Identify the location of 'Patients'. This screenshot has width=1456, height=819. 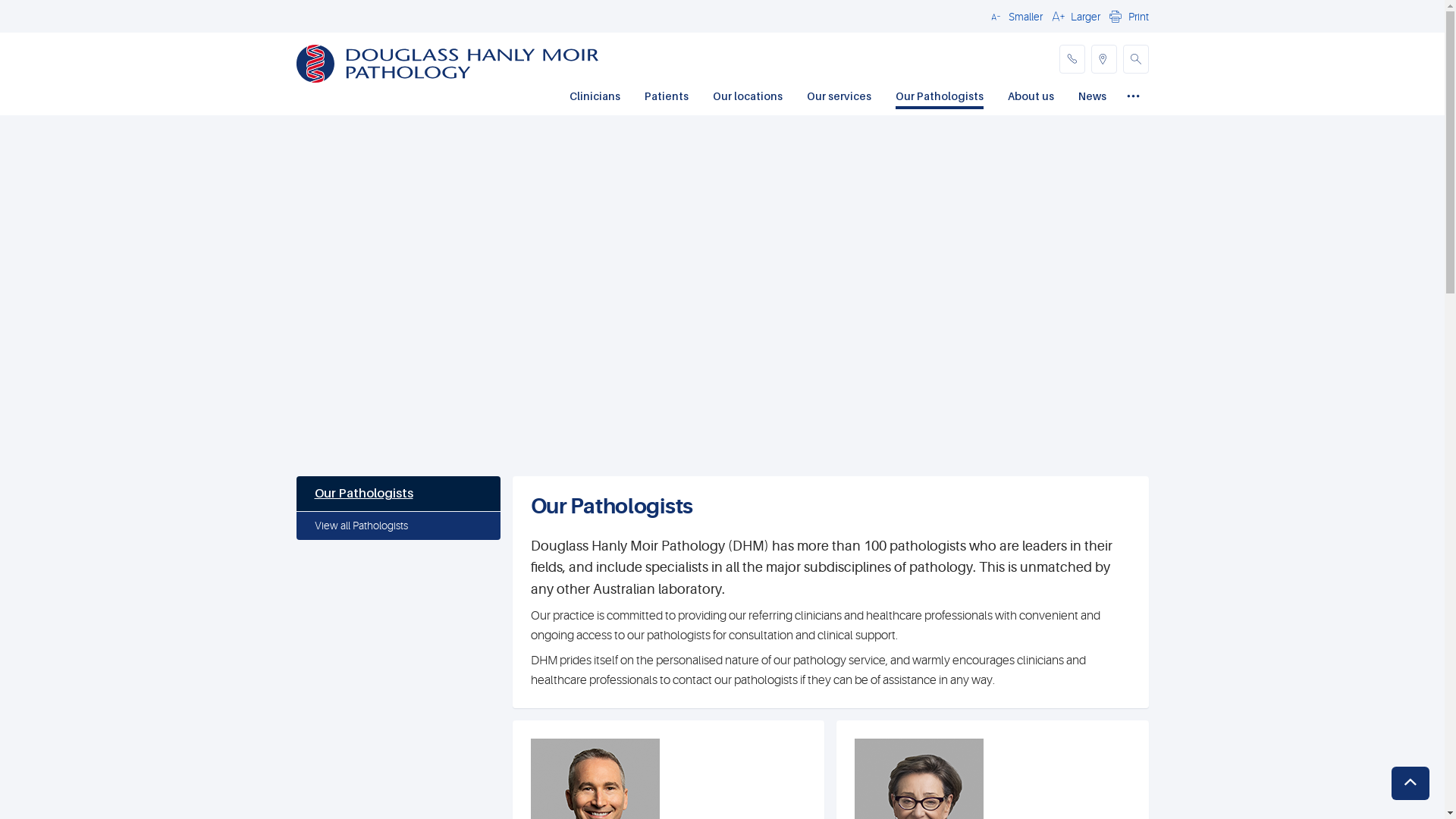
(666, 97).